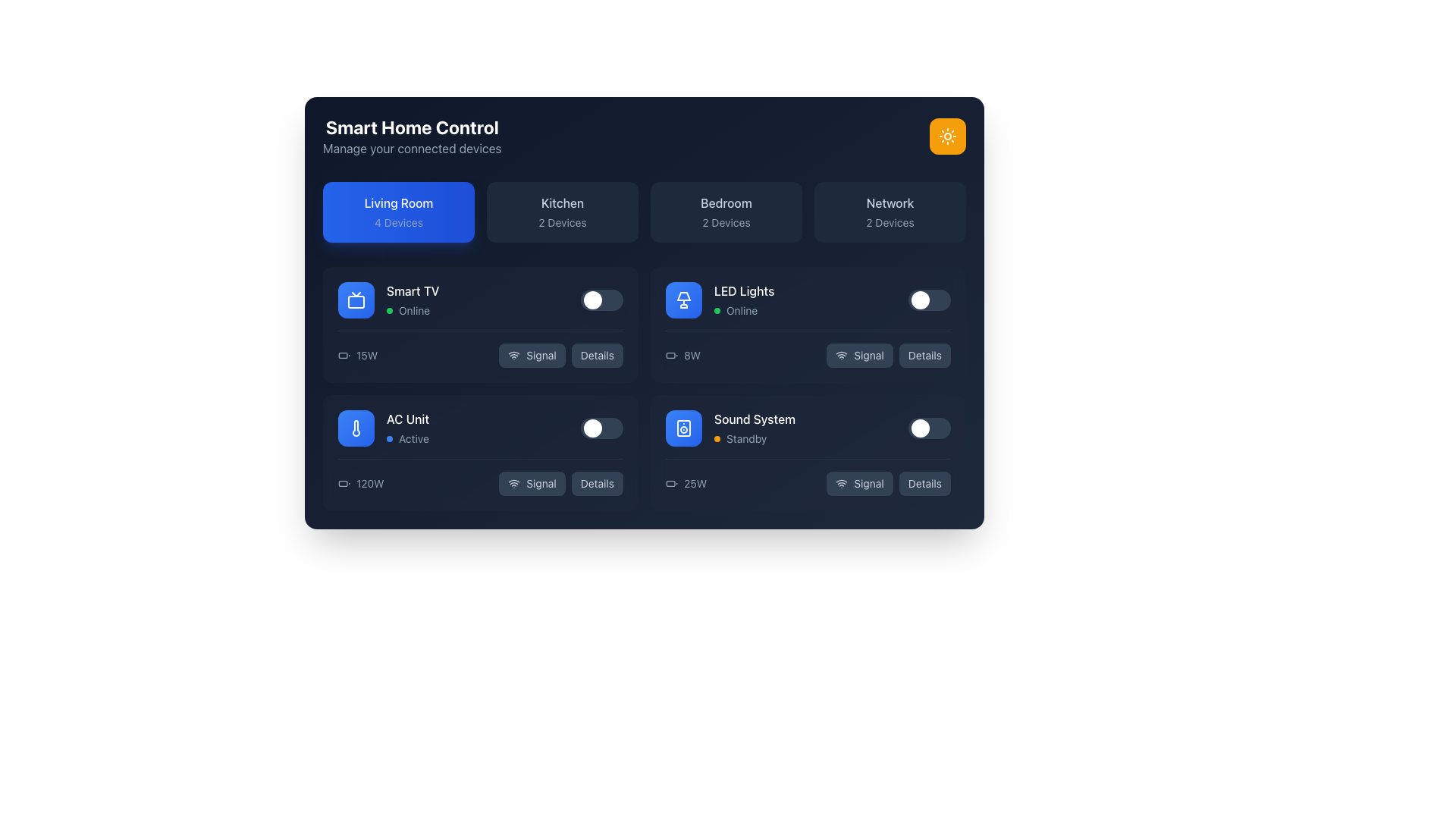 This screenshot has width=1456, height=819. What do you see at coordinates (755, 438) in the screenshot?
I see `status text from the 'Standby' label, which is a small textual label with a light gray font located in the 'Sound System' section of the 'Living Room' group` at bounding box center [755, 438].